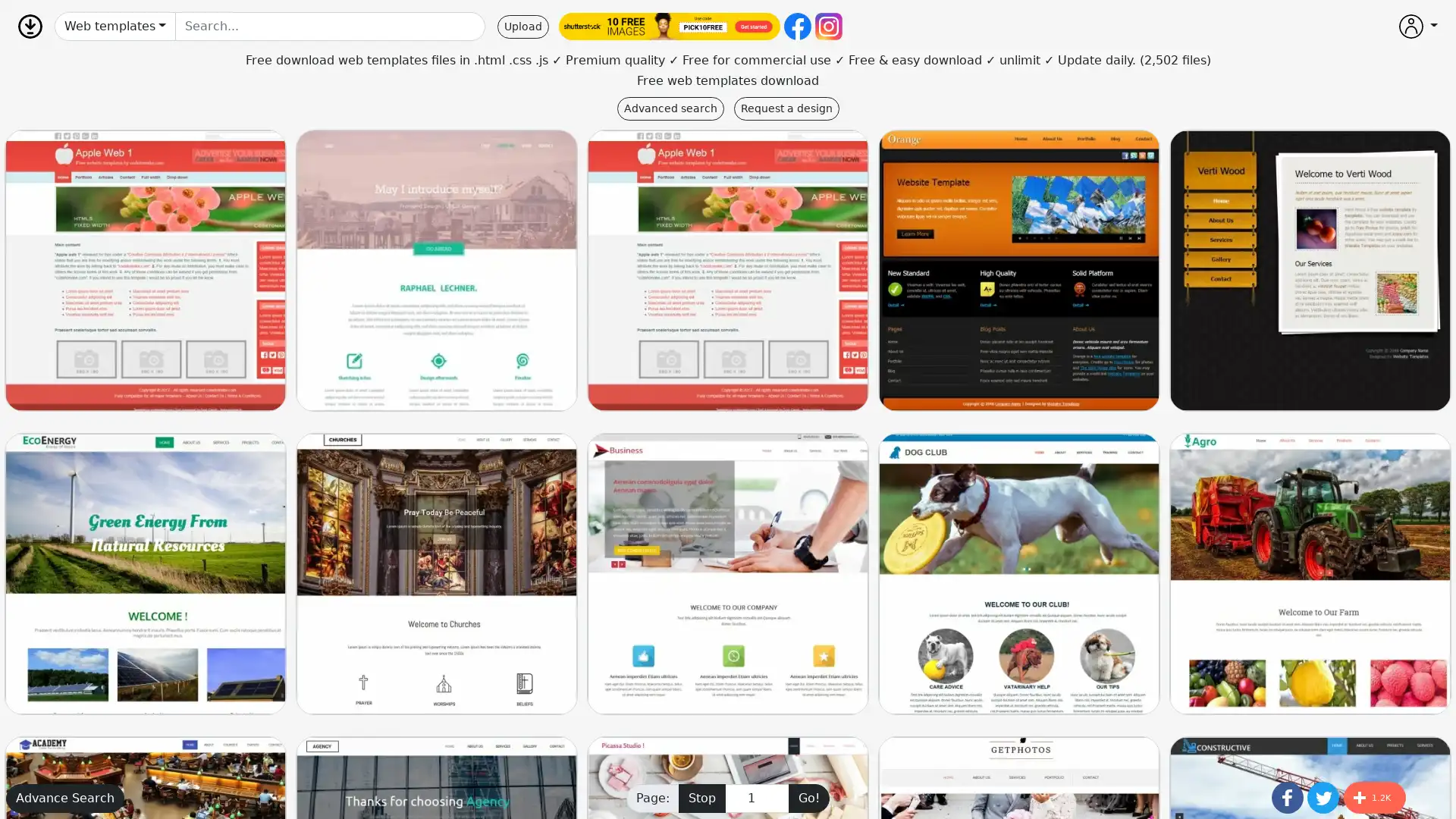  What do you see at coordinates (1290, 797) in the screenshot?
I see `Share to Facebook` at bounding box center [1290, 797].